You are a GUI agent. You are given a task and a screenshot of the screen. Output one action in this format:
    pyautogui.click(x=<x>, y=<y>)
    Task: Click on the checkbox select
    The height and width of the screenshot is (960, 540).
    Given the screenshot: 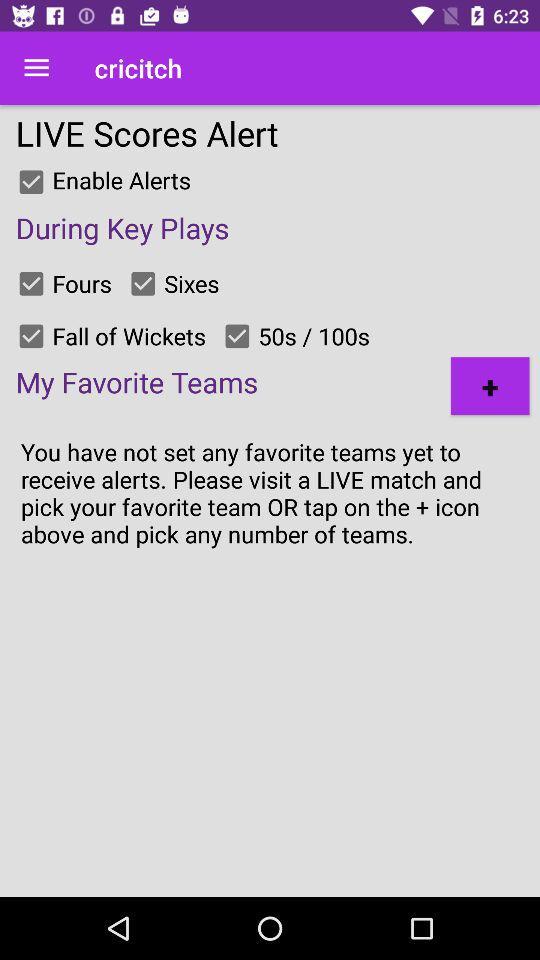 What is the action you would take?
    pyautogui.click(x=30, y=182)
    